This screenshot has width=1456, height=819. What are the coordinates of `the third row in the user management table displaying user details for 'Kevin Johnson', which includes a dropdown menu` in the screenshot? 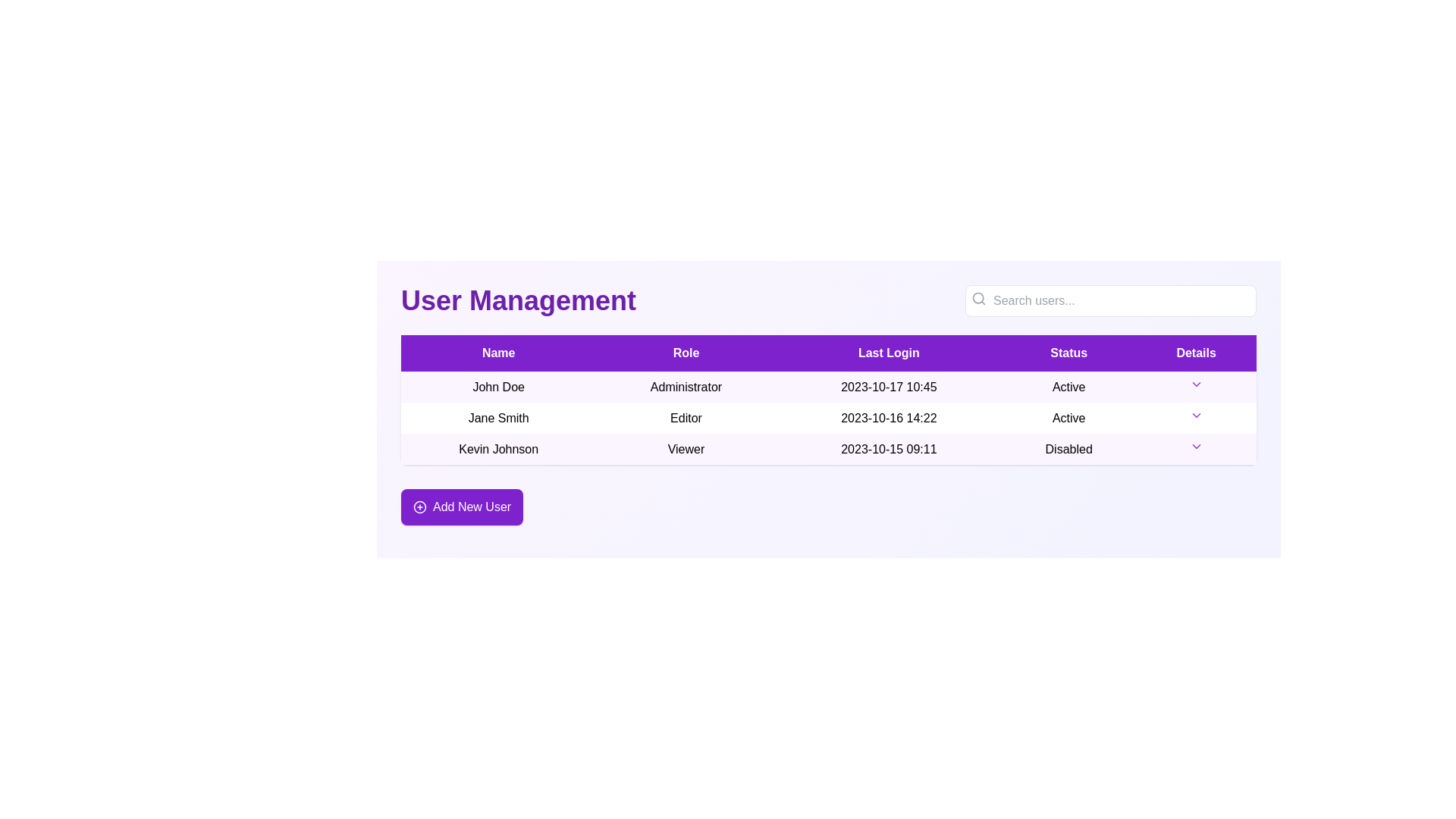 It's located at (828, 447).